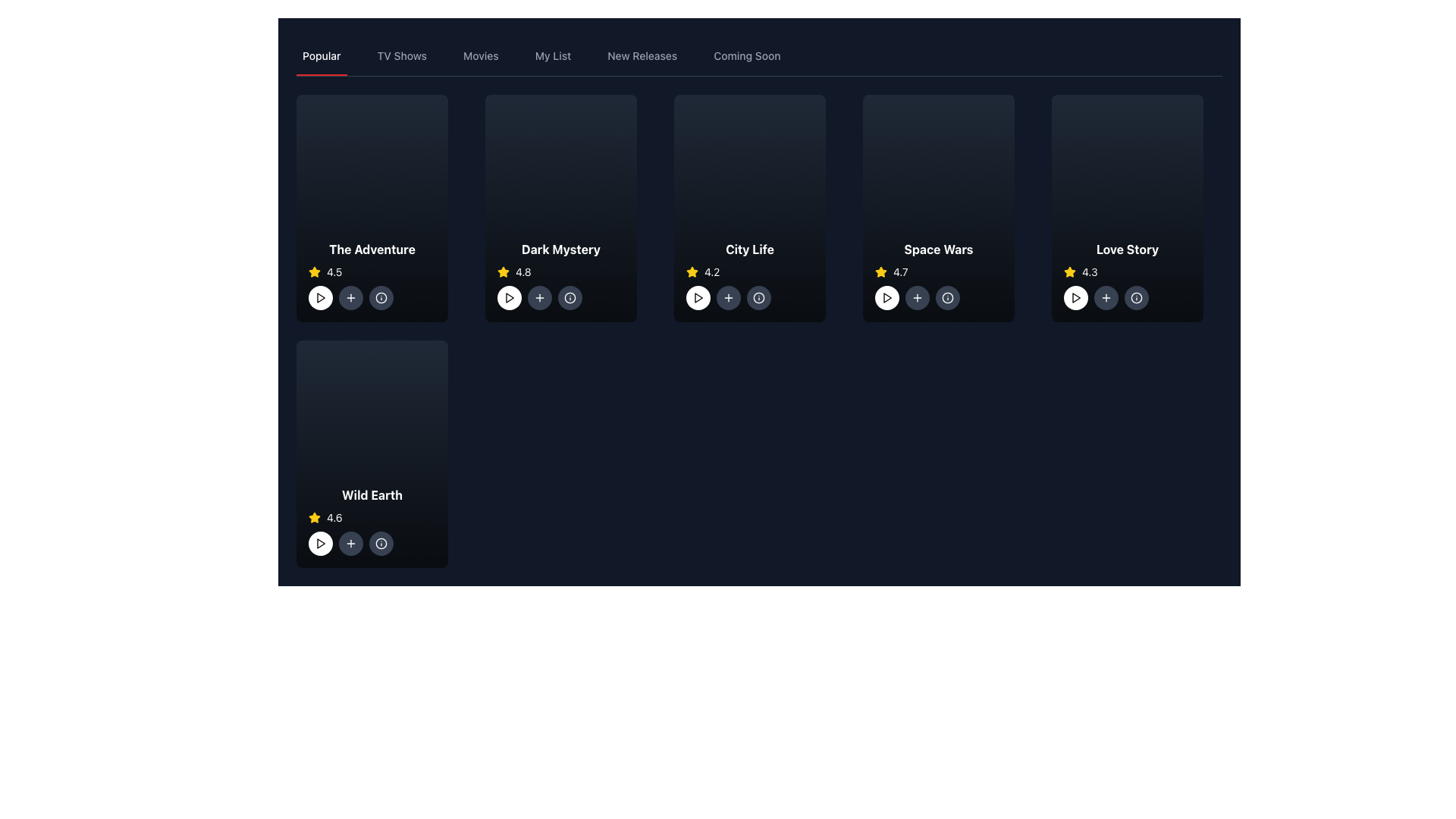  Describe the element at coordinates (900, 271) in the screenshot. I see `the text display element showing the rating '4.7' styled in white, located next to a yellow star icon` at that location.